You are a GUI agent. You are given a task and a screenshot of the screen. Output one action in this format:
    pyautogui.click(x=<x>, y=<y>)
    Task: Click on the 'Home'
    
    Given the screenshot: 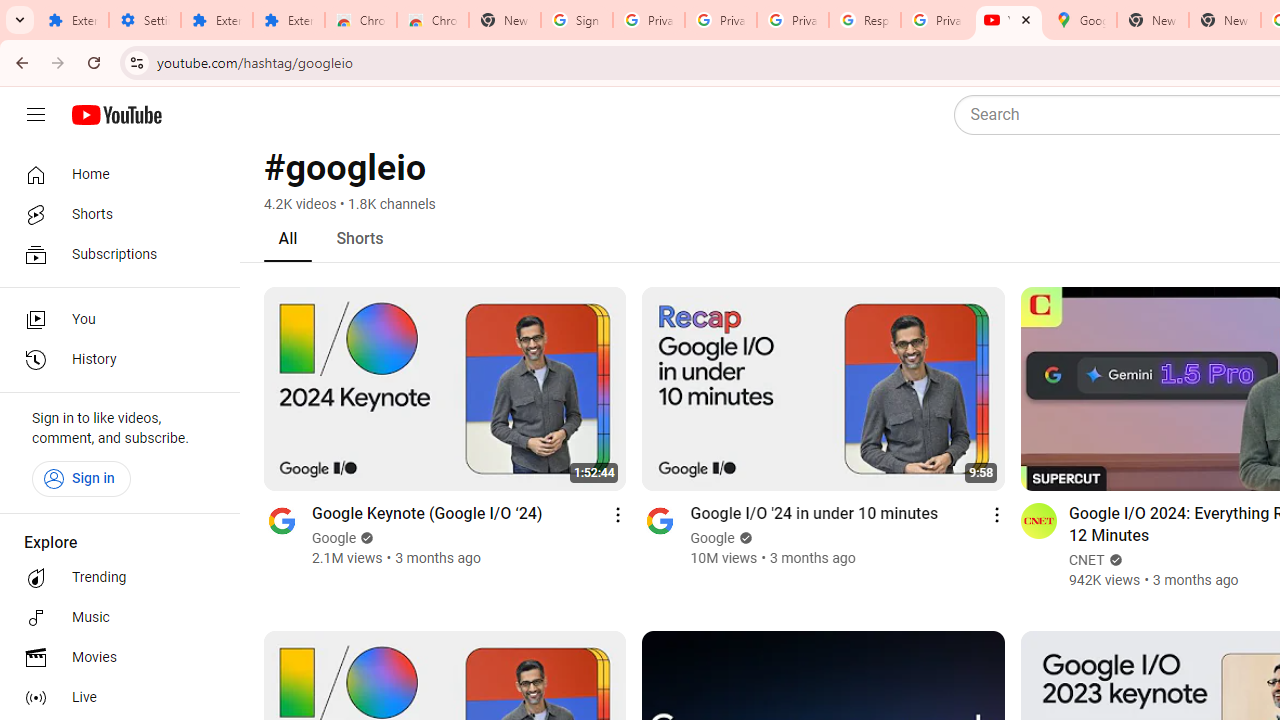 What is the action you would take?
    pyautogui.click(x=112, y=173)
    